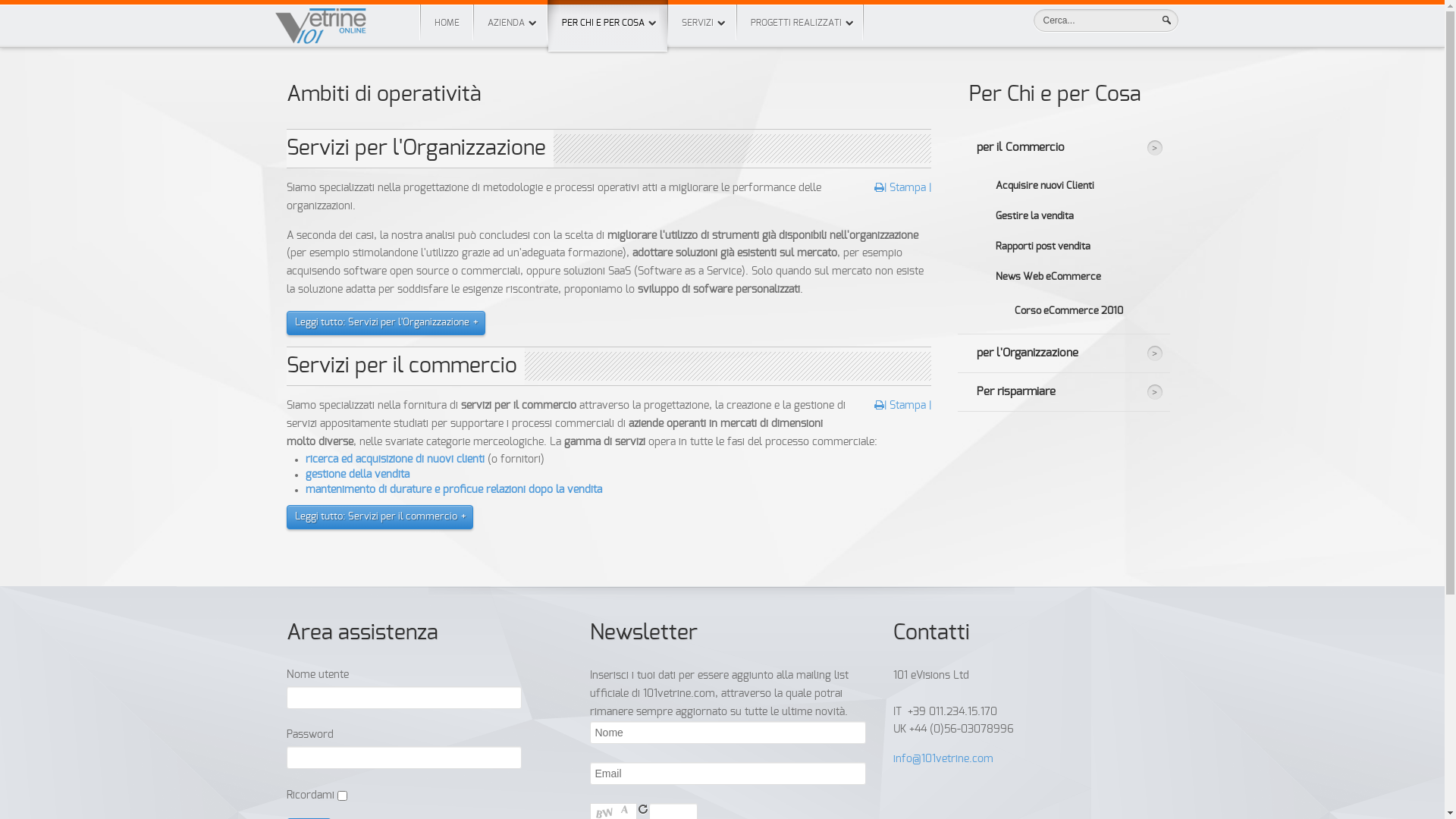 This screenshot has height=819, width=1456. What do you see at coordinates (701, 23) in the screenshot?
I see `'SERVIZI'` at bounding box center [701, 23].